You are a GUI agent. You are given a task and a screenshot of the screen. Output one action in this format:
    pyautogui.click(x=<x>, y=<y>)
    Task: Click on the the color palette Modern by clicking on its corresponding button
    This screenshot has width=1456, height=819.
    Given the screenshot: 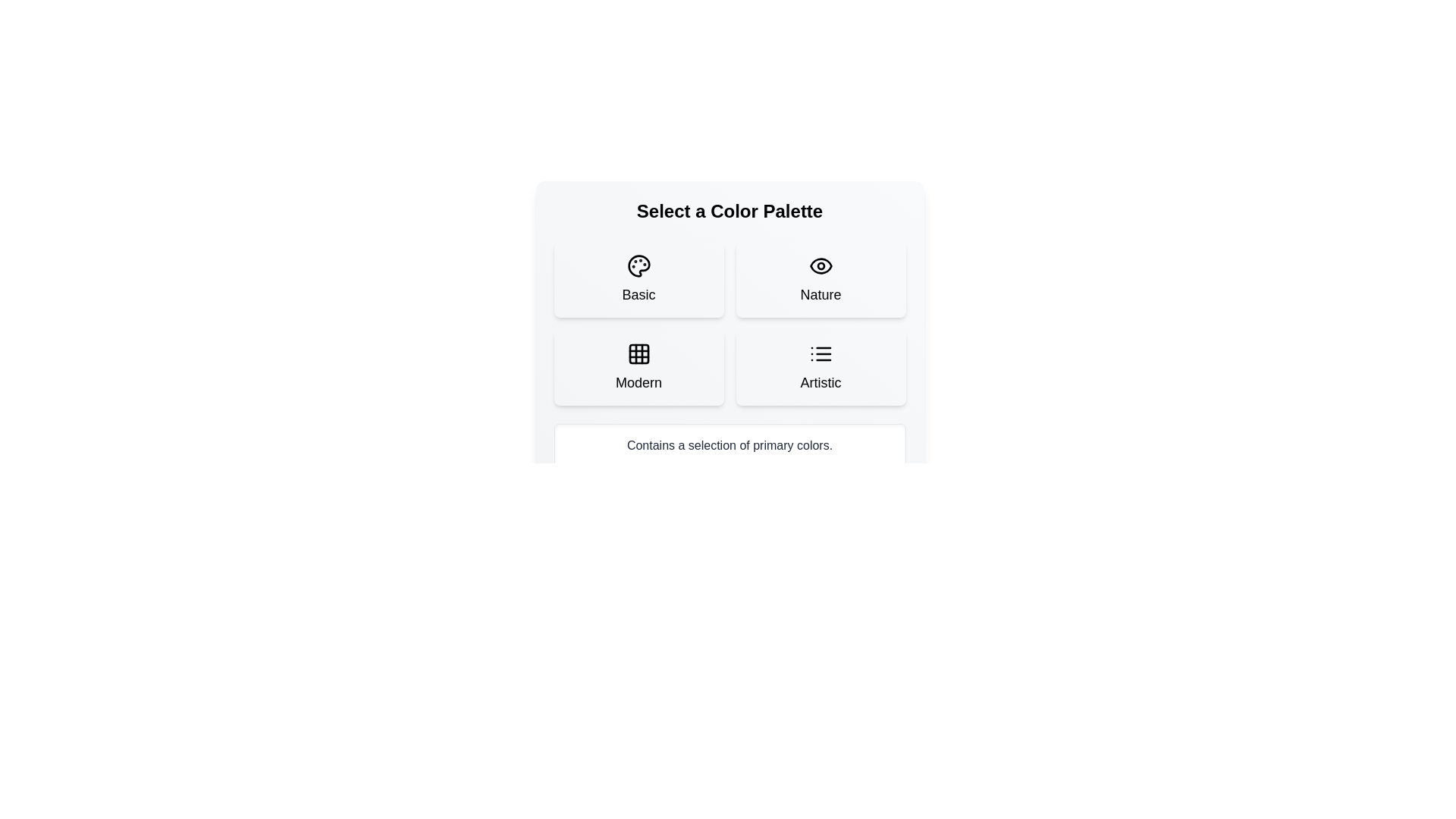 What is the action you would take?
    pyautogui.click(x=639, y=368)
    